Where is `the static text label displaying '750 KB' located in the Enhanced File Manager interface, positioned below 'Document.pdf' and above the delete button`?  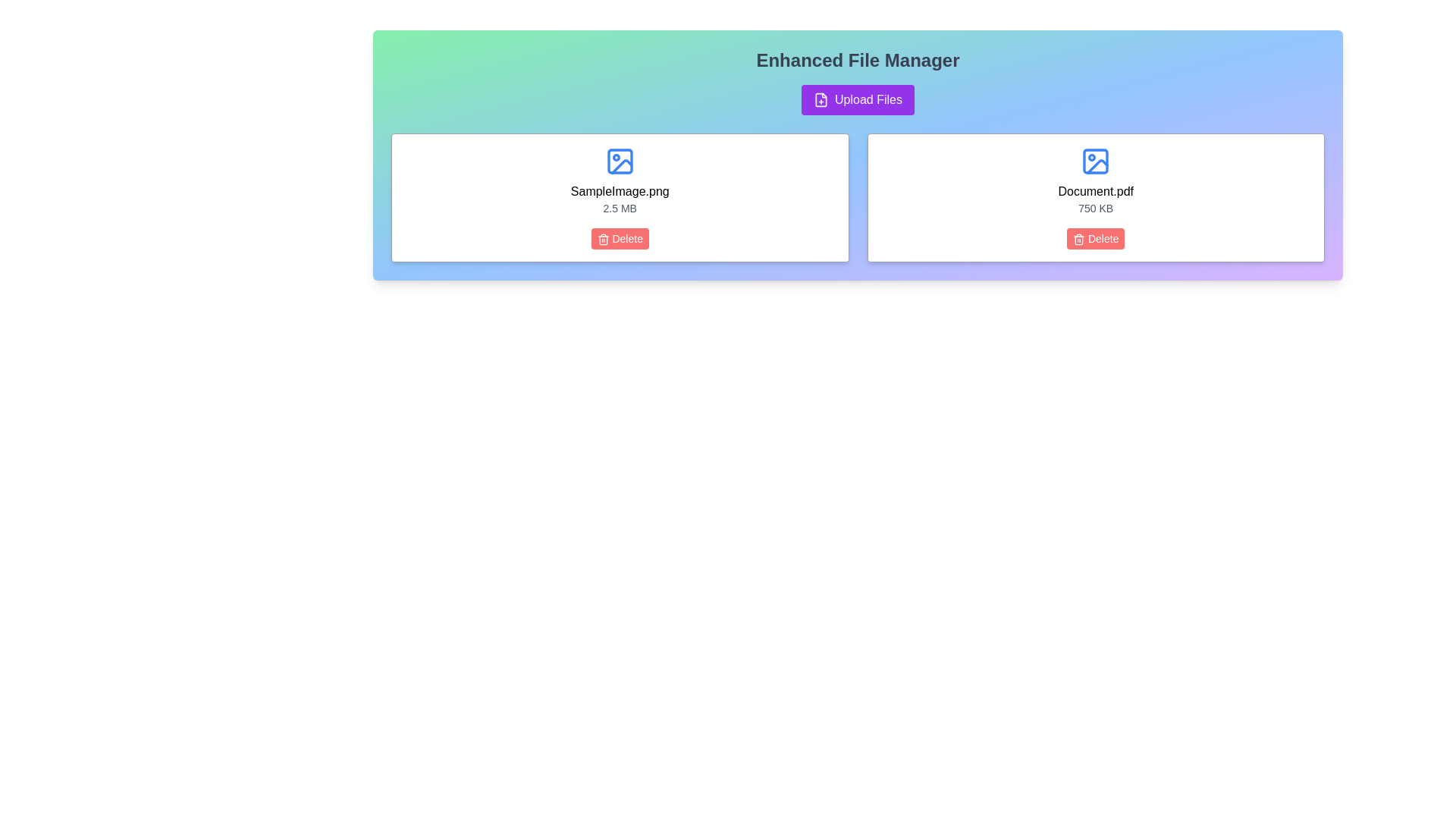 the static text label displaying '750 KB' located in the Enhanced File Manager interface, positioned below 'Document.pdf' and above the delete button is located at coordinates (1096, 208).